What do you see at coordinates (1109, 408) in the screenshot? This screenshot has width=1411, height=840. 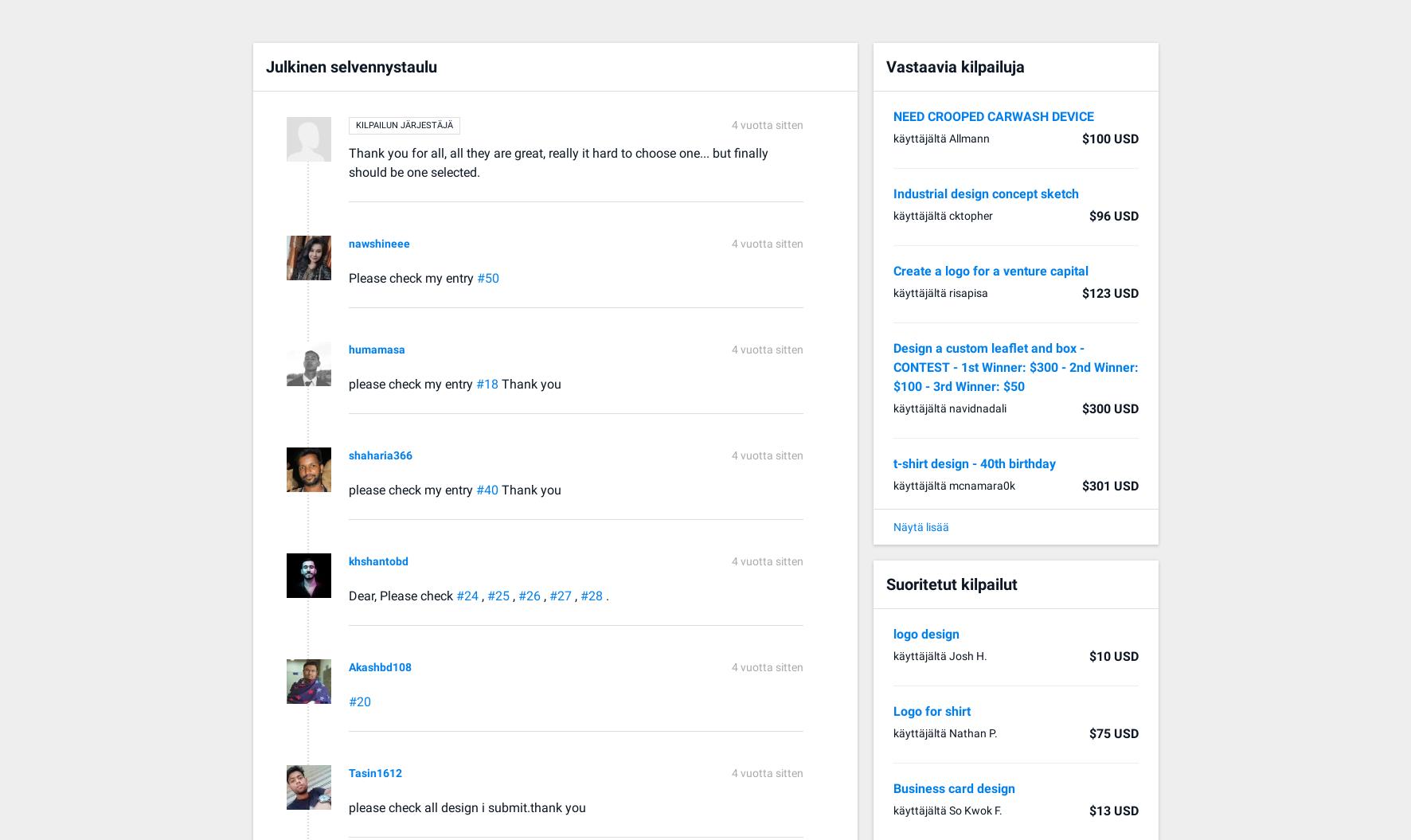 I see `'$300 USD'` at bounding box center [1109, 408].